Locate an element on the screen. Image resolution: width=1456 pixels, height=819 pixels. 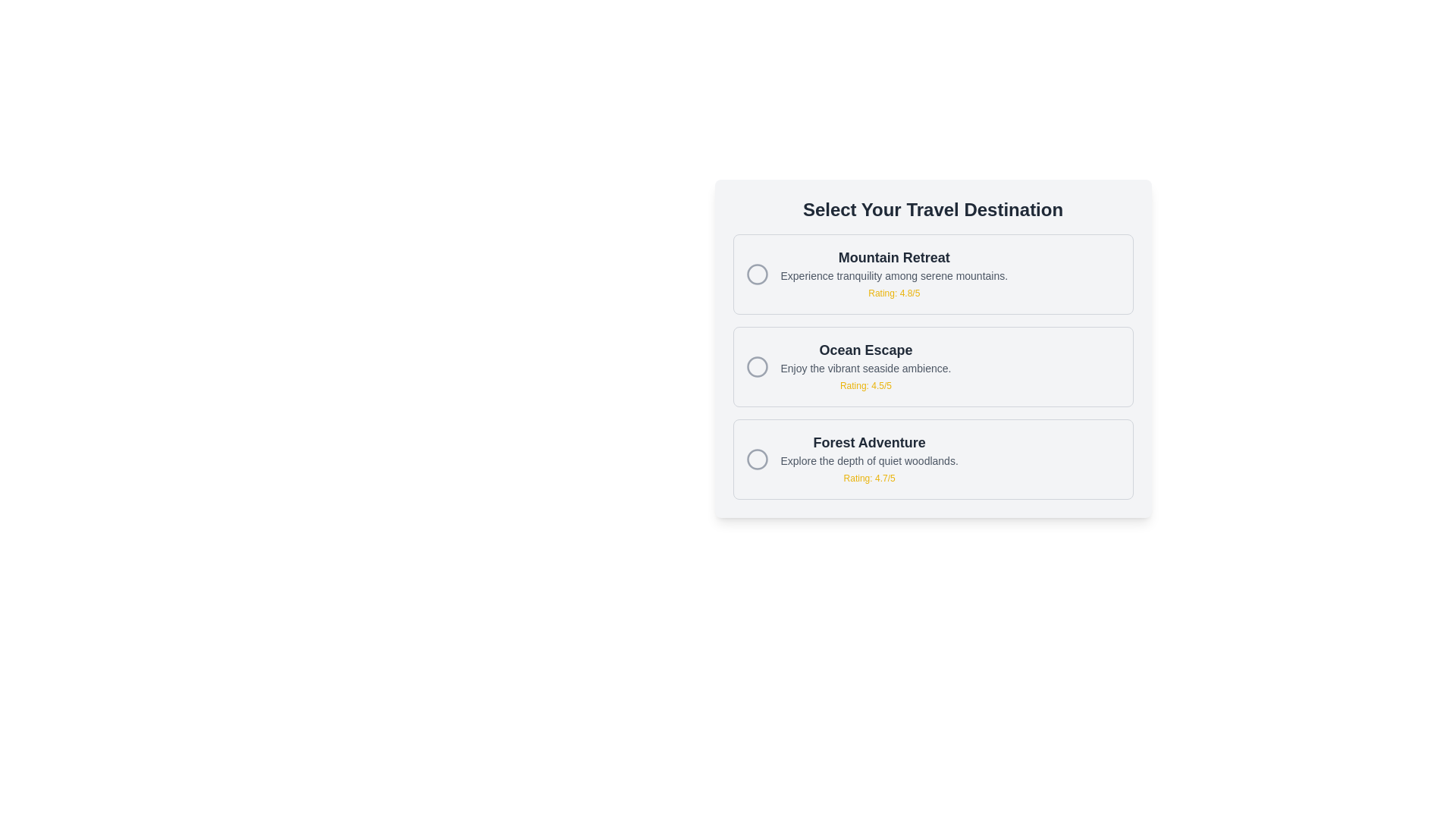
the middle selectable option for 'Ocean Escape' in the selection panel titled 'Select Your Travel Destination' is located at coordinates (866, 366).